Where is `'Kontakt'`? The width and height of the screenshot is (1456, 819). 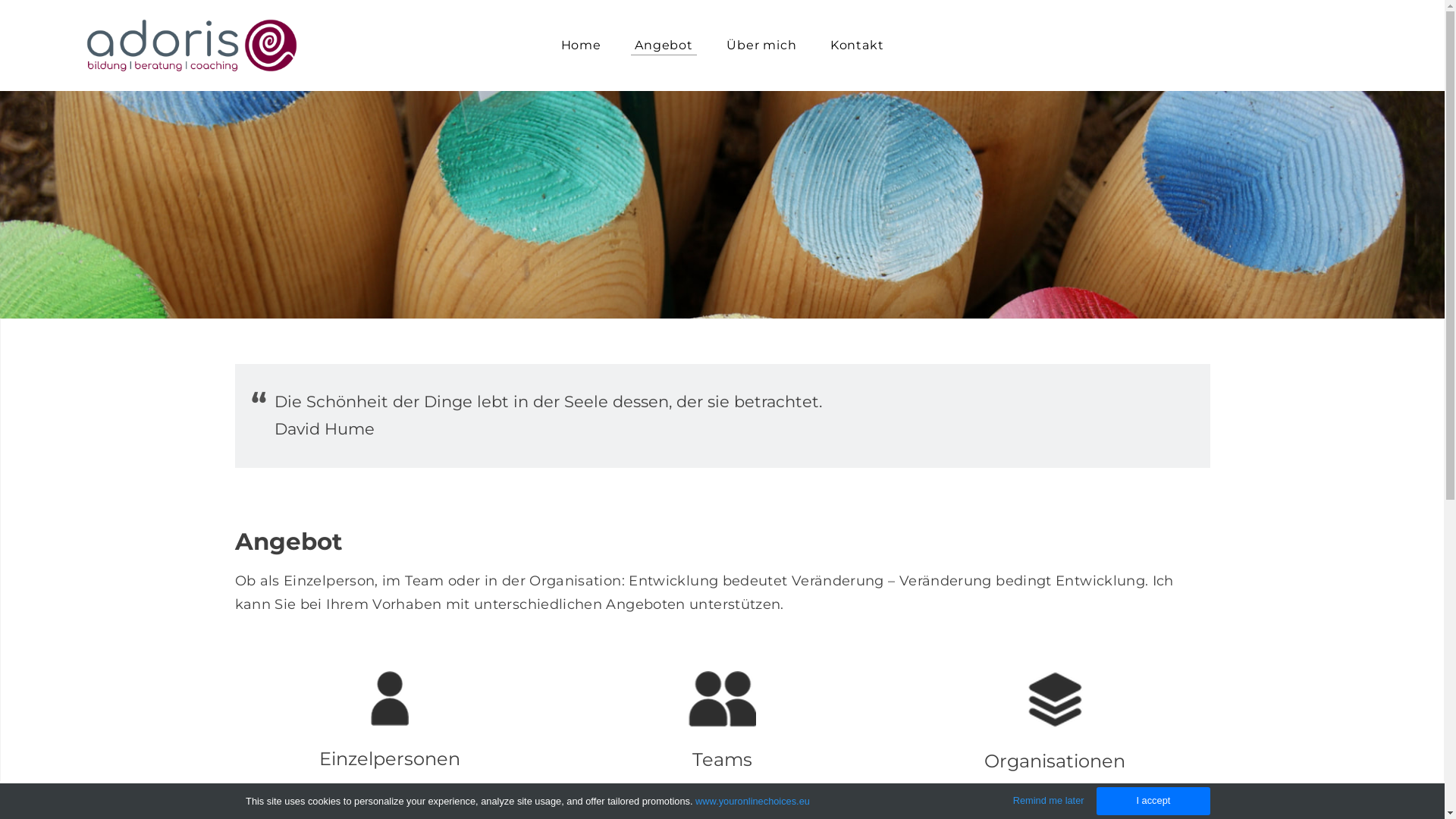
'Kontakt' is located at coordinates (814, 45).